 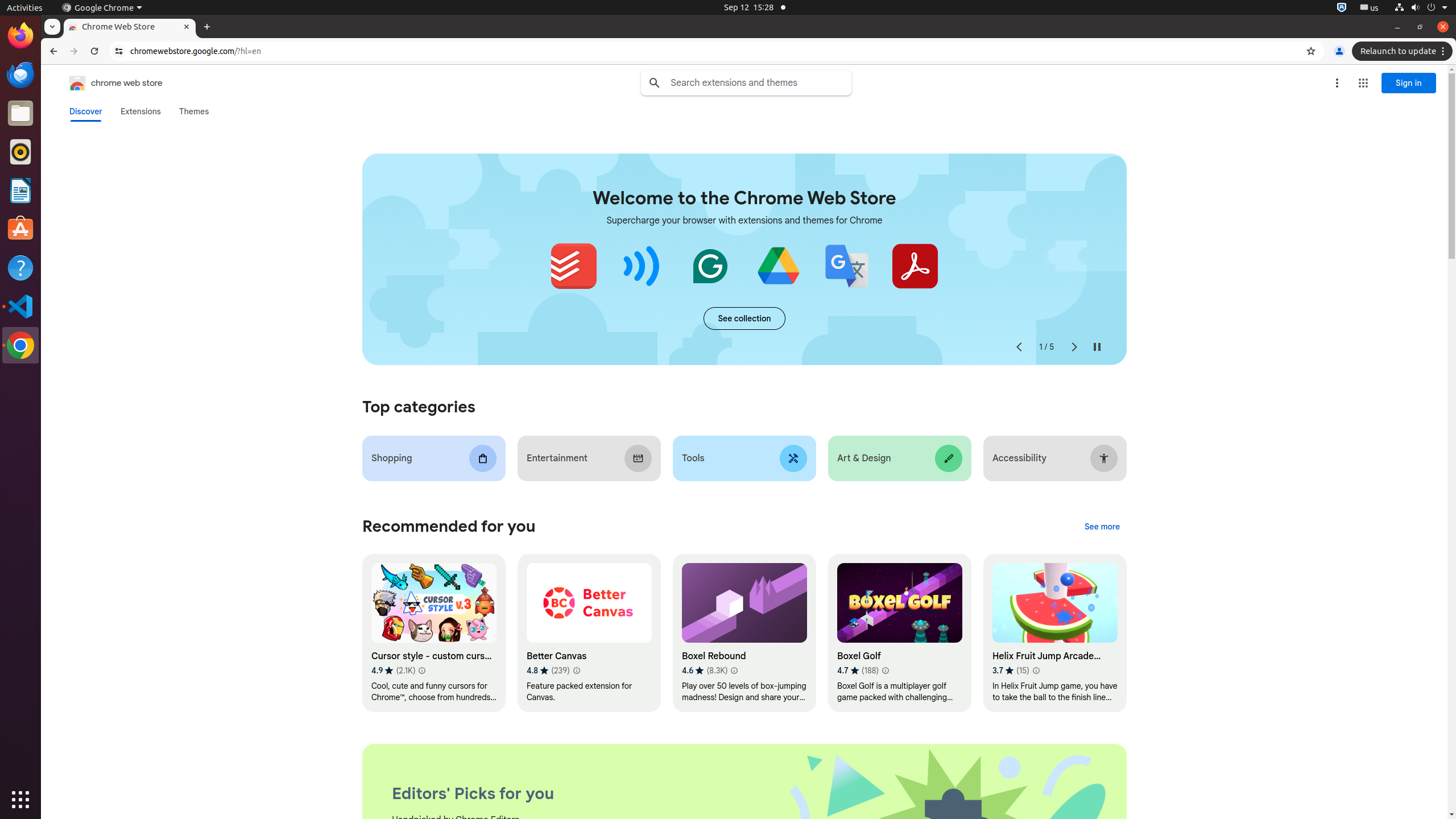 I want to click on 'Chrome Web Store logo chrome web store', so click(x=104, y=82).